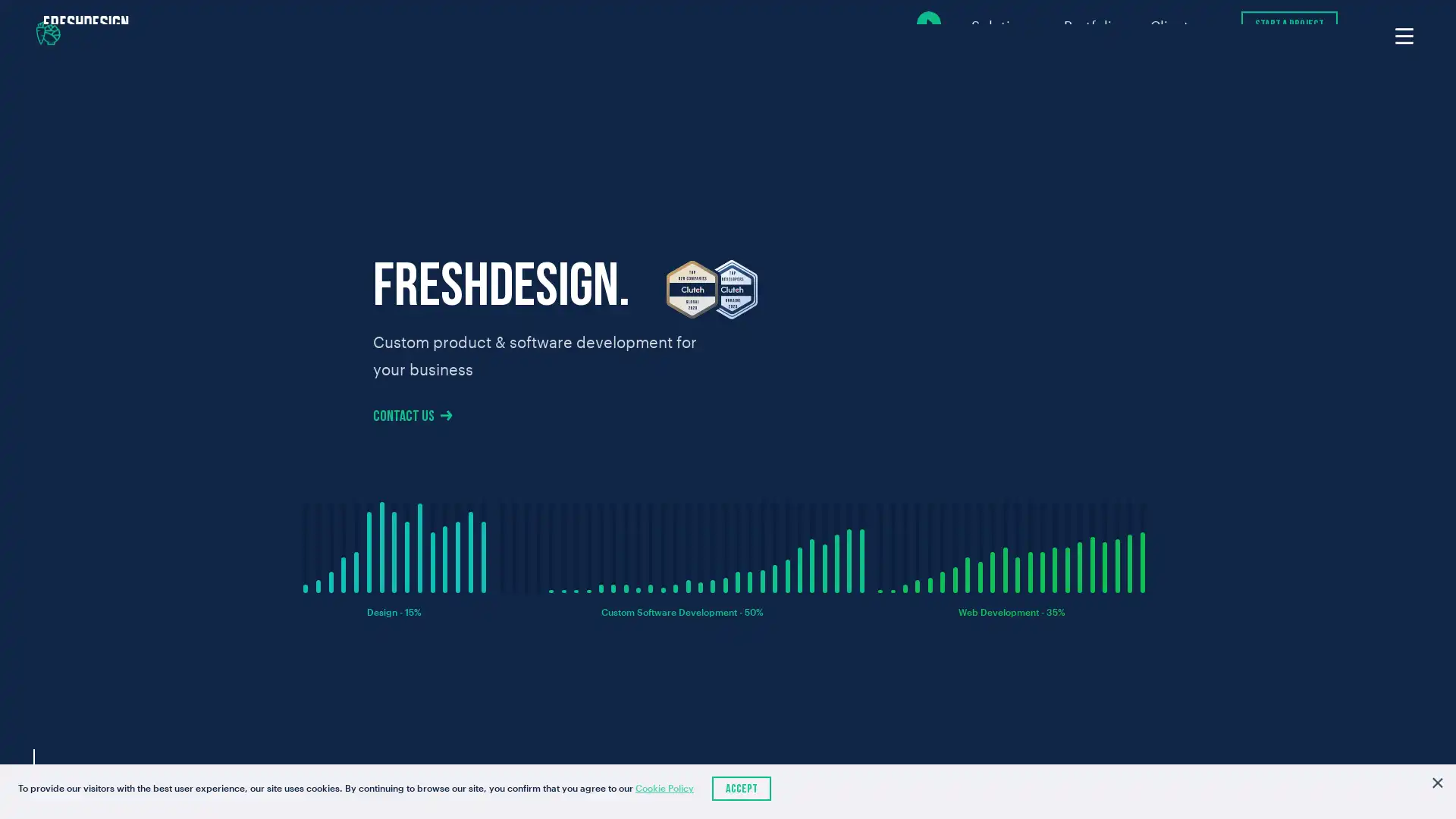 This screenshot has height=819, width=1456. What do you see at coordinates (742, 788) in the screenshot?
I see `Accept` at bounding box center [742, 788].